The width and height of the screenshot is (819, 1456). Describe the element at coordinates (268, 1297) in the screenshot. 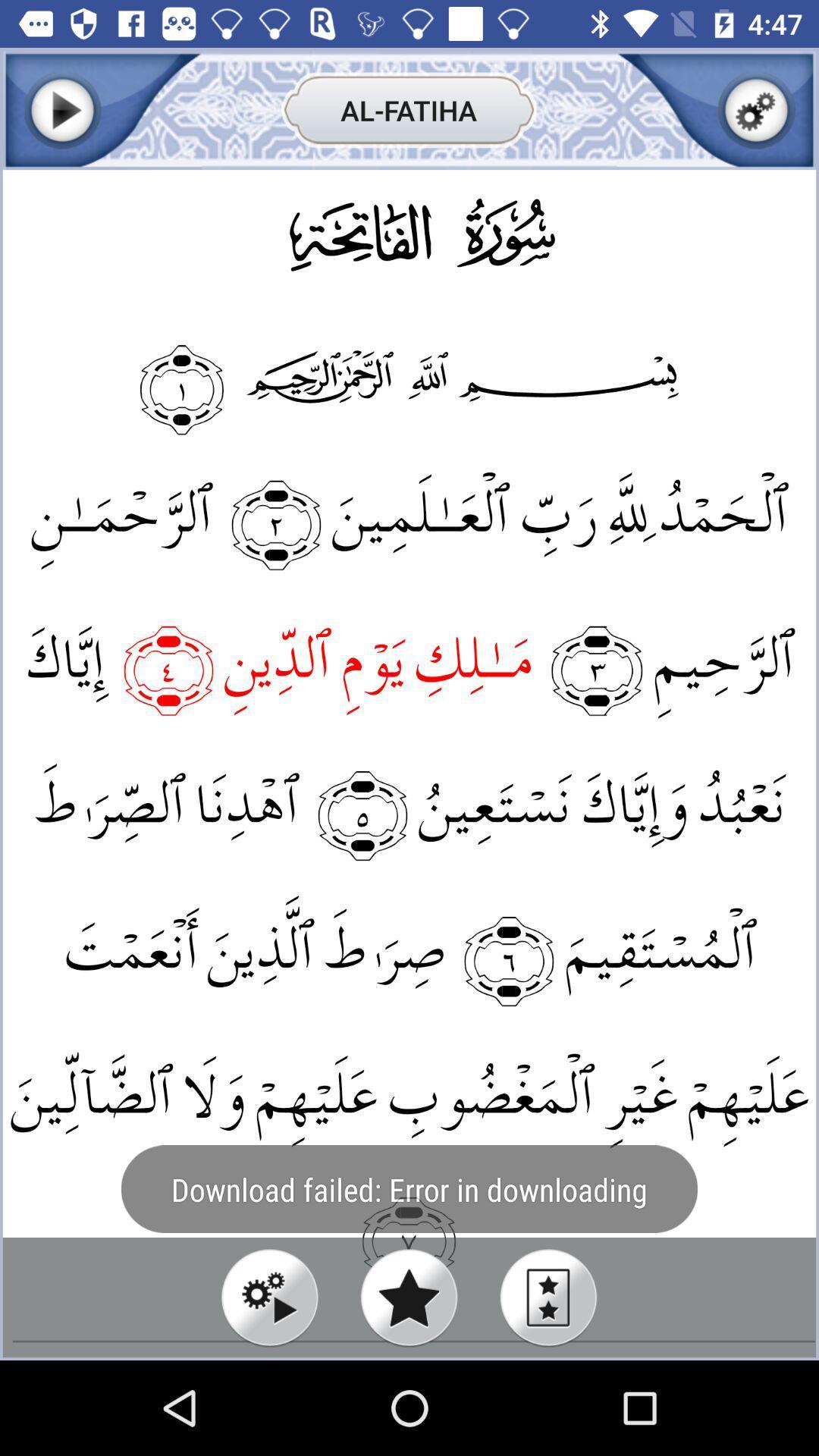

I see `play option` at that location.